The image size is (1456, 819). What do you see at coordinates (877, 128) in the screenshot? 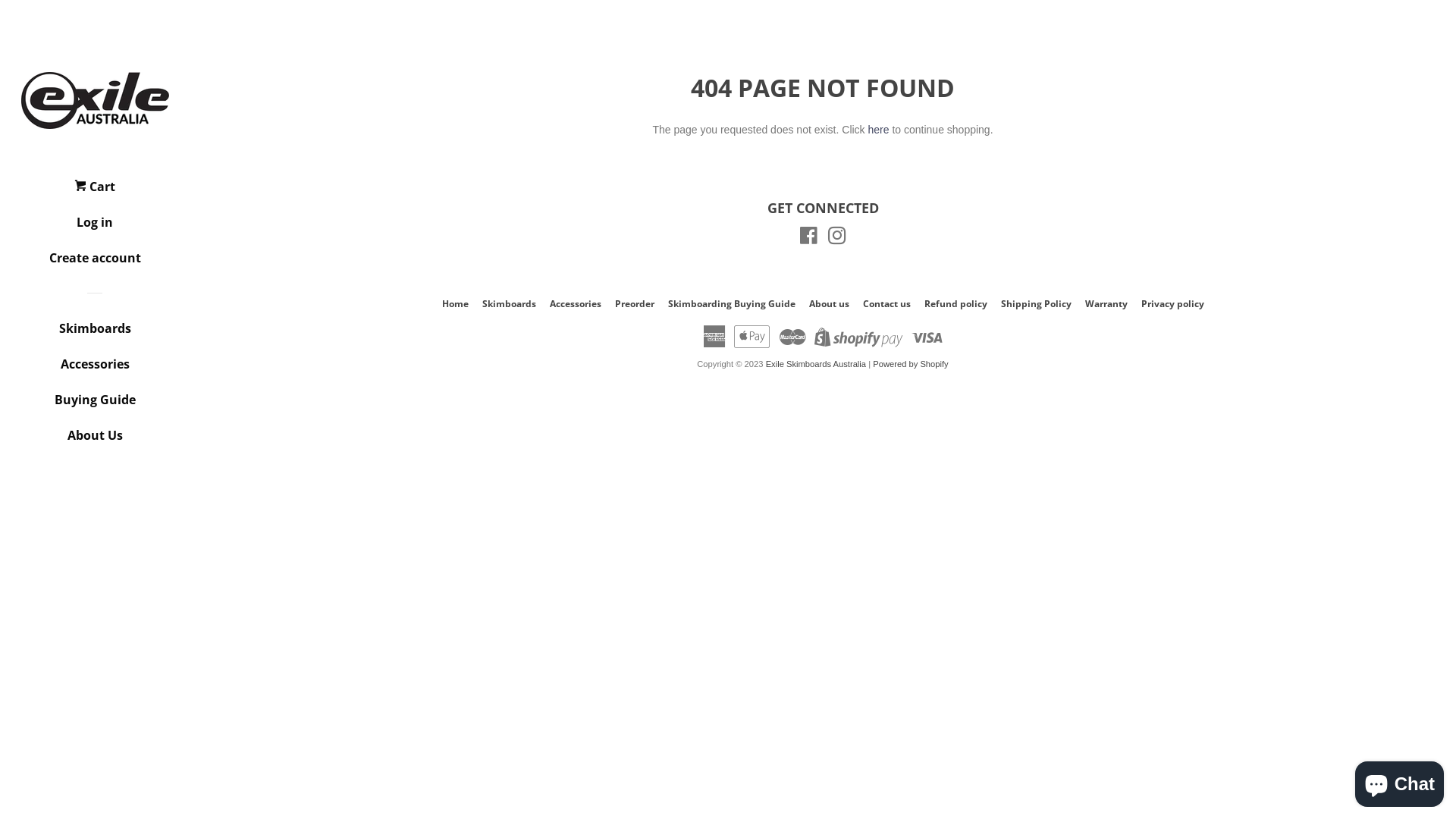
I see `'here'` at bounding box center [877, 128].